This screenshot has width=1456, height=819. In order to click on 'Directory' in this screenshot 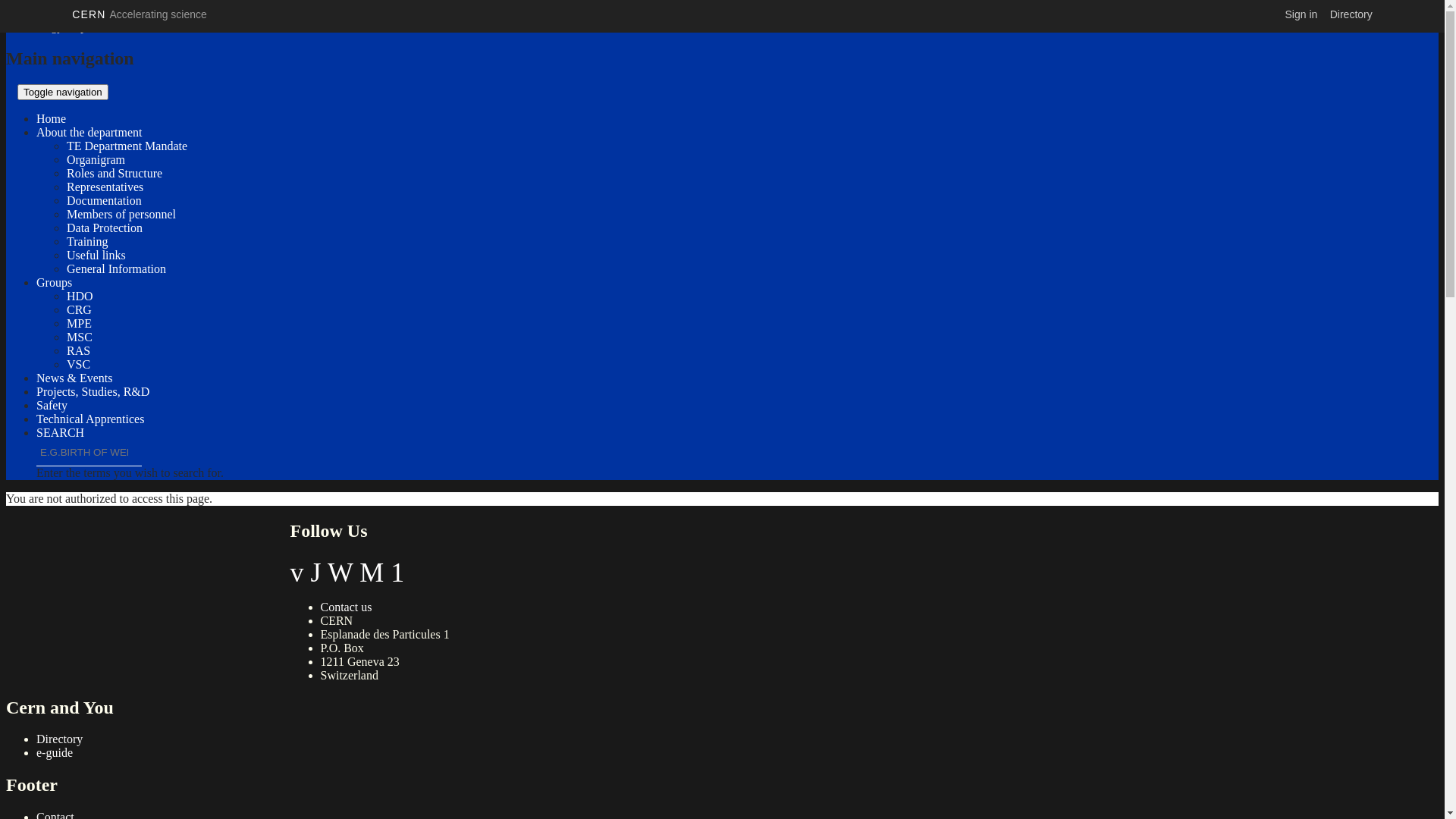, I will do `click(59, 738)`.